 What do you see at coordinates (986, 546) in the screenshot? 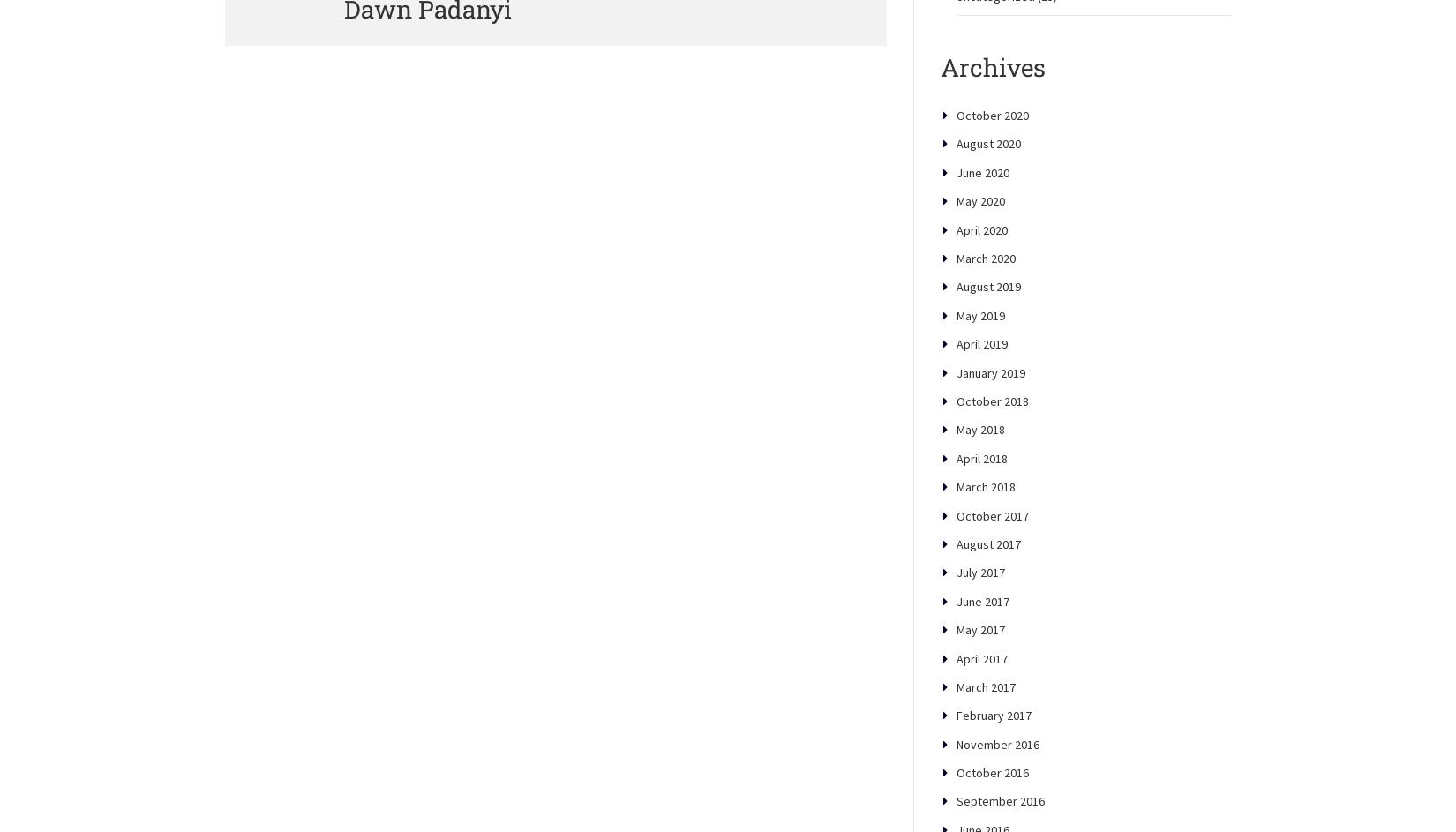
I see `'March 2018'` at bounding box center [986, 546].